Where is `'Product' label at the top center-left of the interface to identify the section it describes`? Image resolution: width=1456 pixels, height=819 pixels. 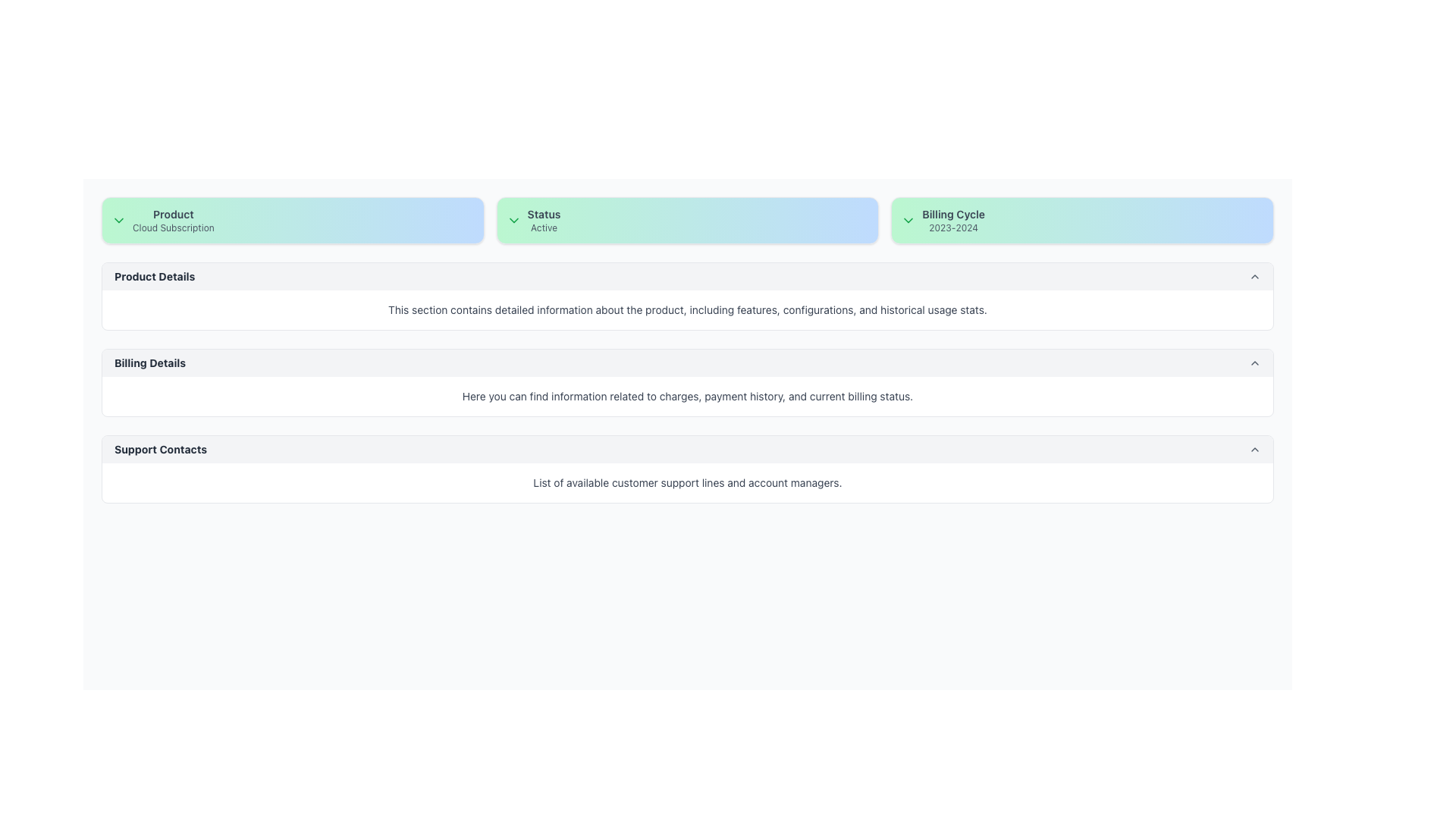 'Product' label at the top center-left of the interface to identify the section it describes is located at coordinates (173, 214).